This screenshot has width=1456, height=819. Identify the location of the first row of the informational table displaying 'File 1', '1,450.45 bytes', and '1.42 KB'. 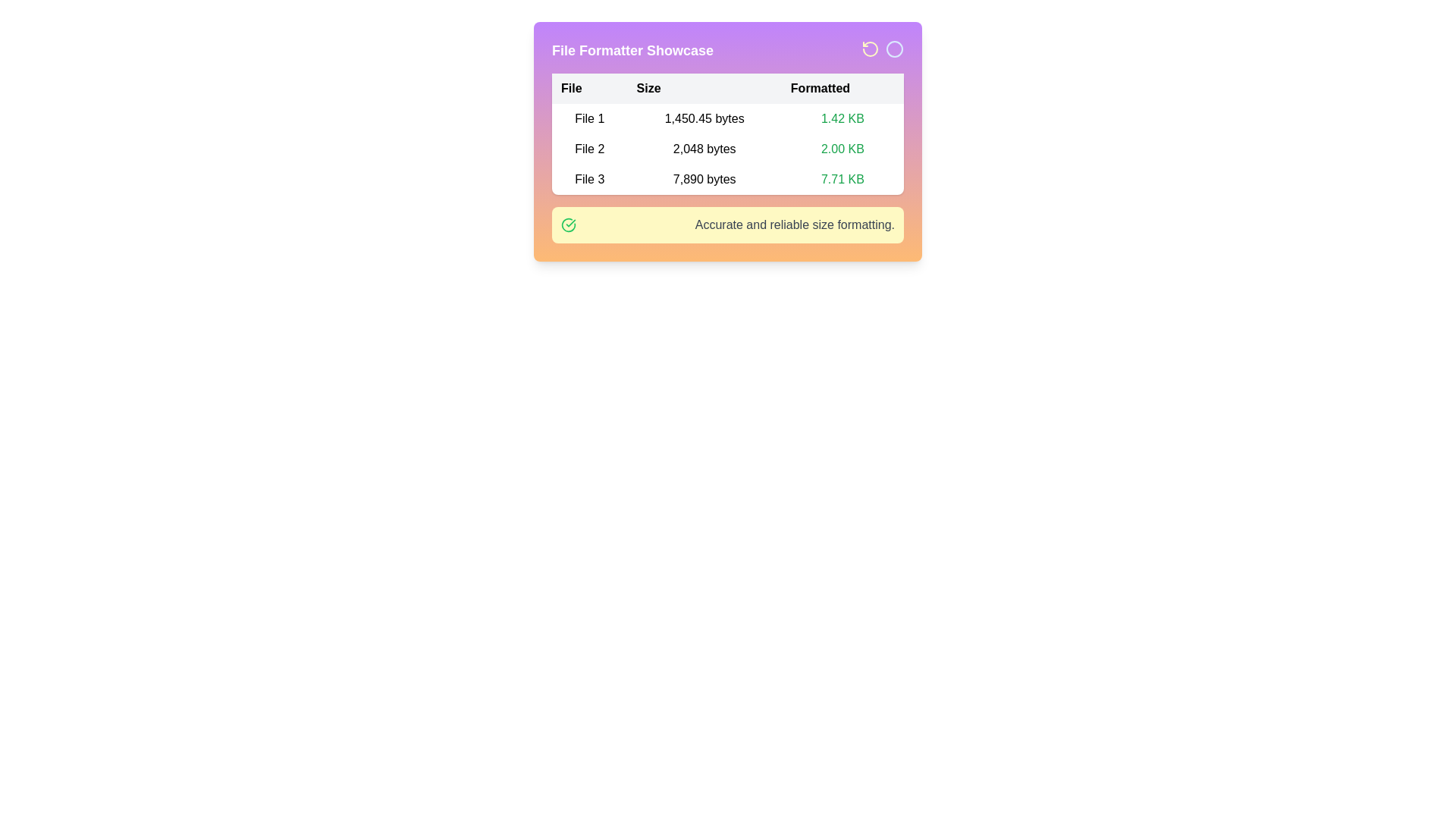
(728, 118).